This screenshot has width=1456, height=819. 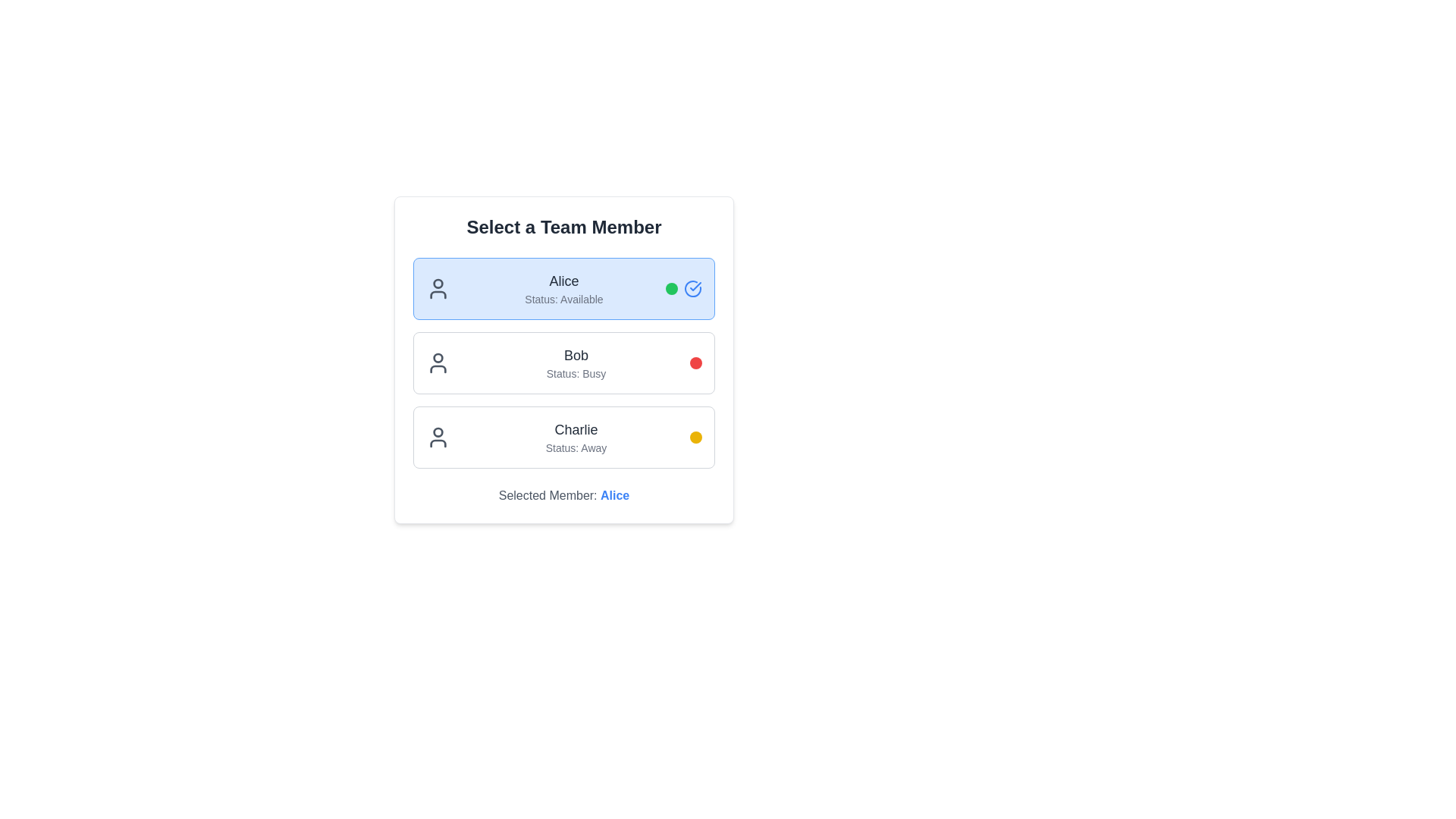 I want to click on the button representing team member 'Alice', so click(x=563, y=289).